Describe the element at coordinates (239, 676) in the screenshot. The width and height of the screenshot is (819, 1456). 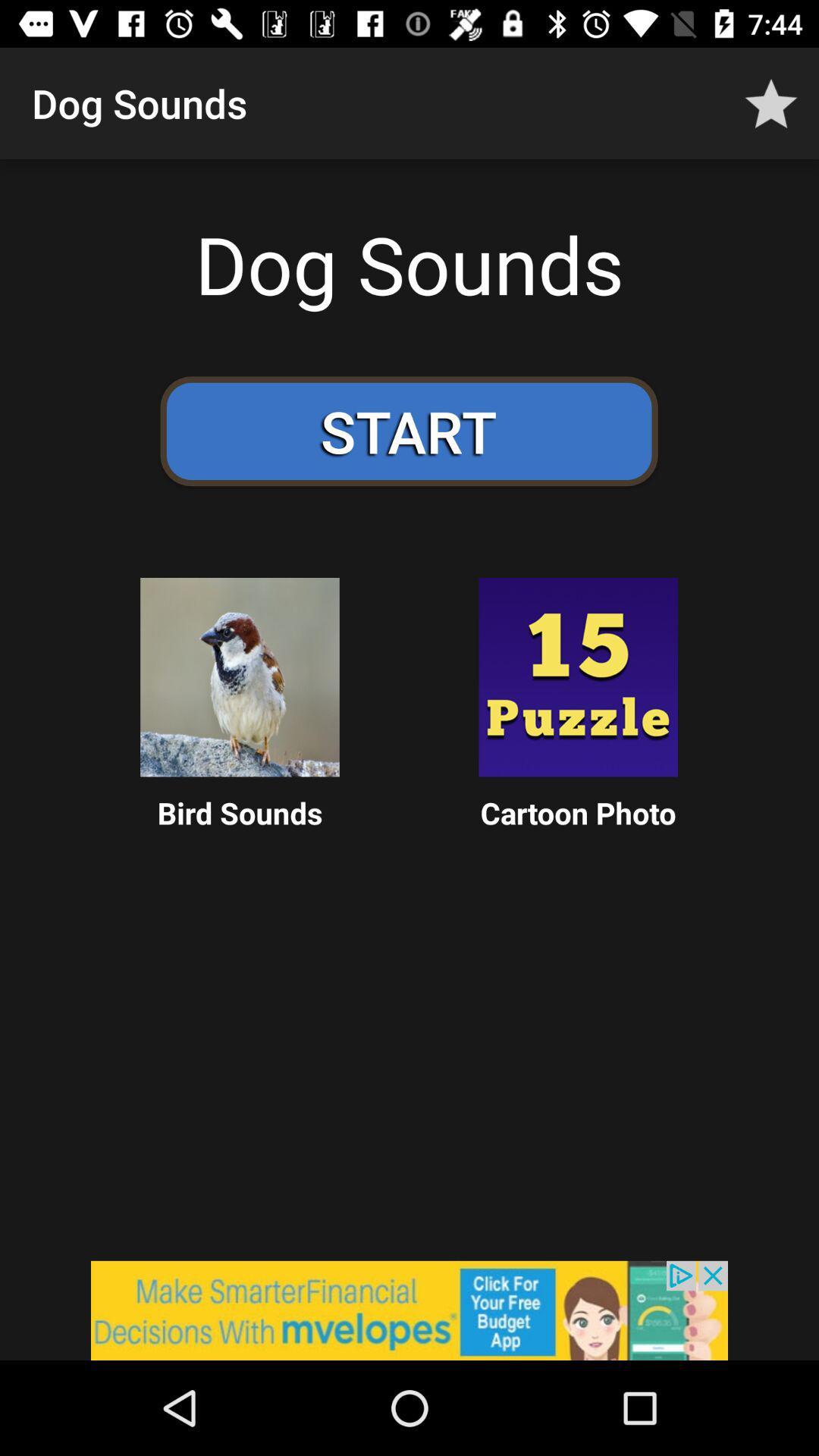
I see `the box` at that location.